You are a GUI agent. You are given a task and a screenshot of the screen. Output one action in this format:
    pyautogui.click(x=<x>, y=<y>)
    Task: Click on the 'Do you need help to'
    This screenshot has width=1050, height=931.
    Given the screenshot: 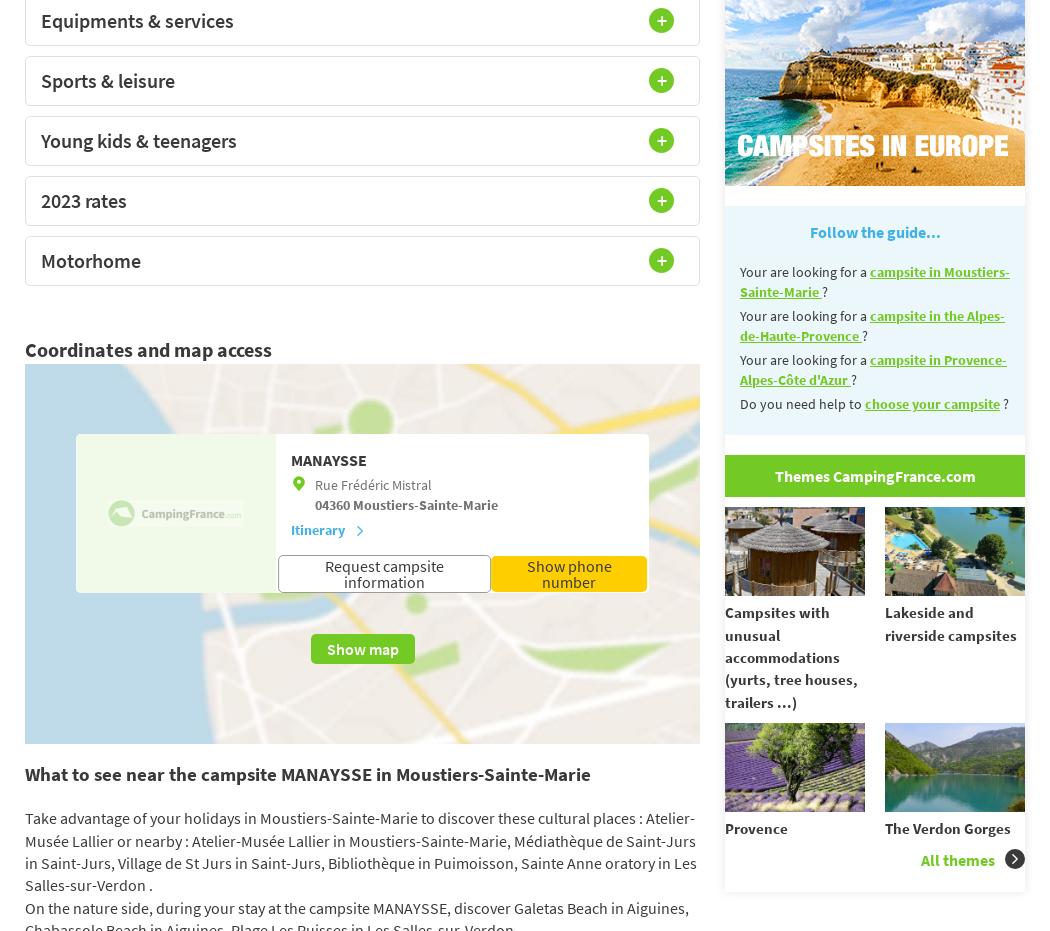 What is the action you would take?
    pyautogui.click(x=801, y=402)
    